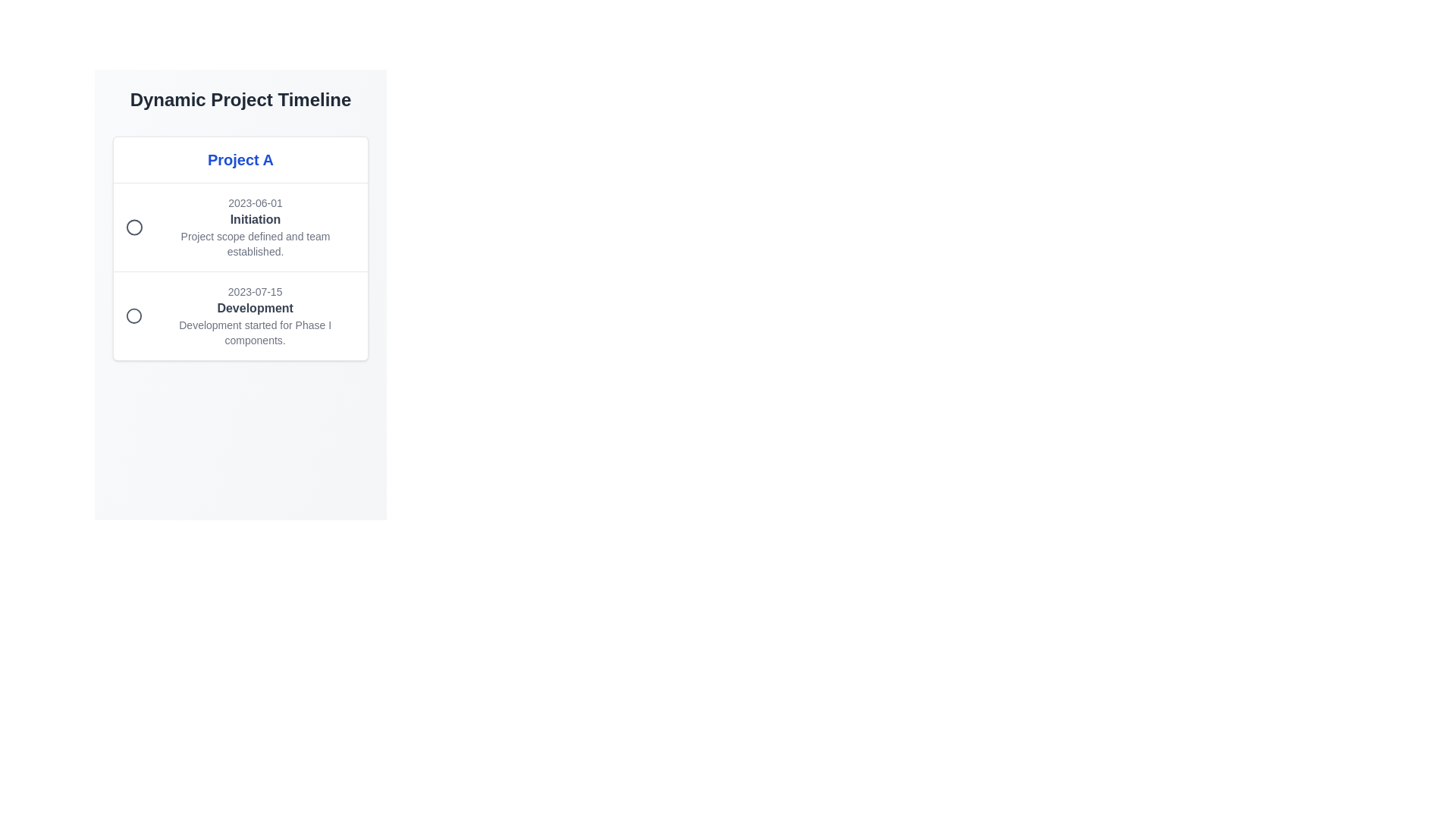  I want to click on text block providing additional context below the 'Initiation' header in the vertical timeline, so click(255, 243).